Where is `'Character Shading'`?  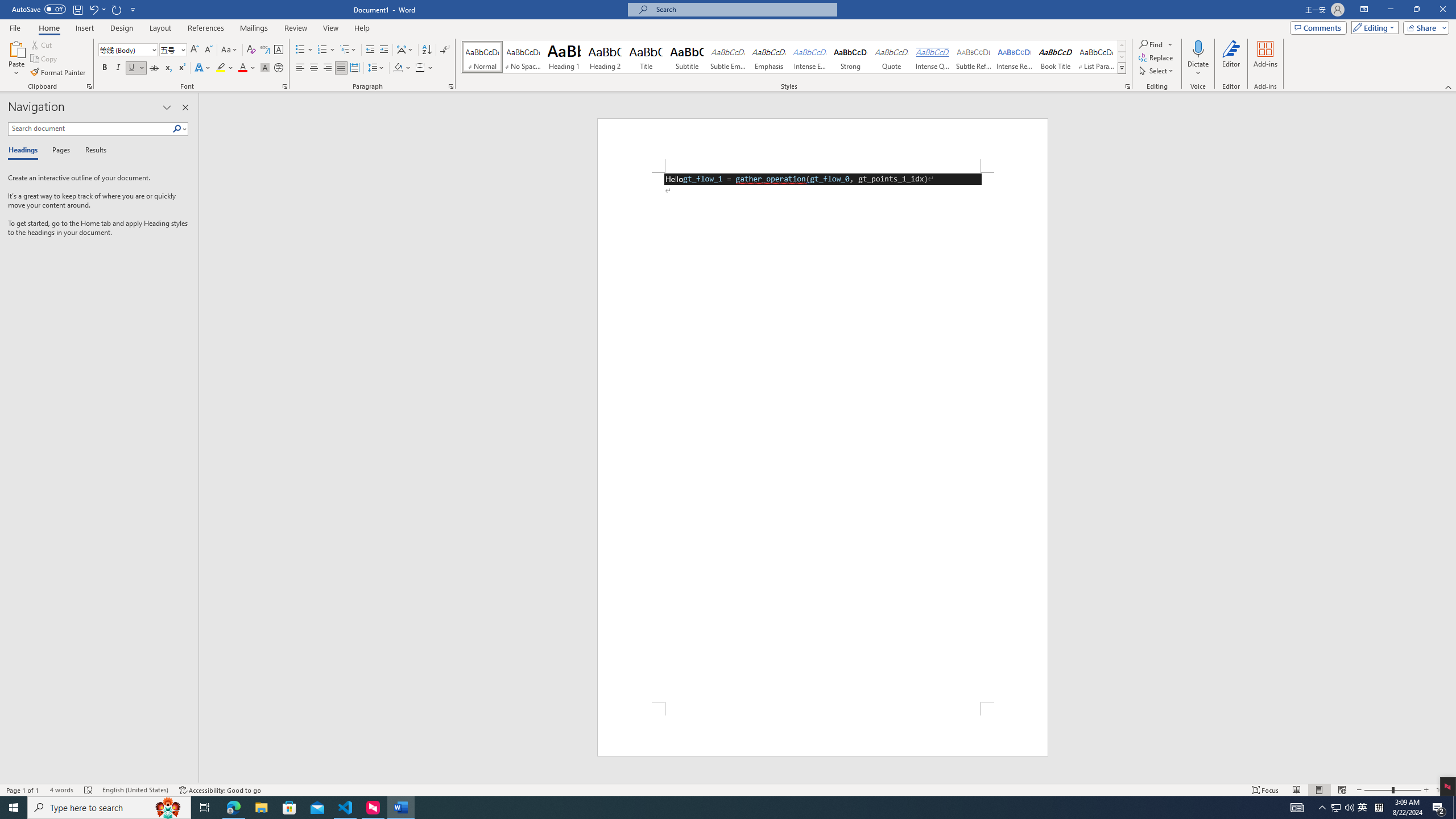 'Character Shading' is located at coordinates (264, 67).